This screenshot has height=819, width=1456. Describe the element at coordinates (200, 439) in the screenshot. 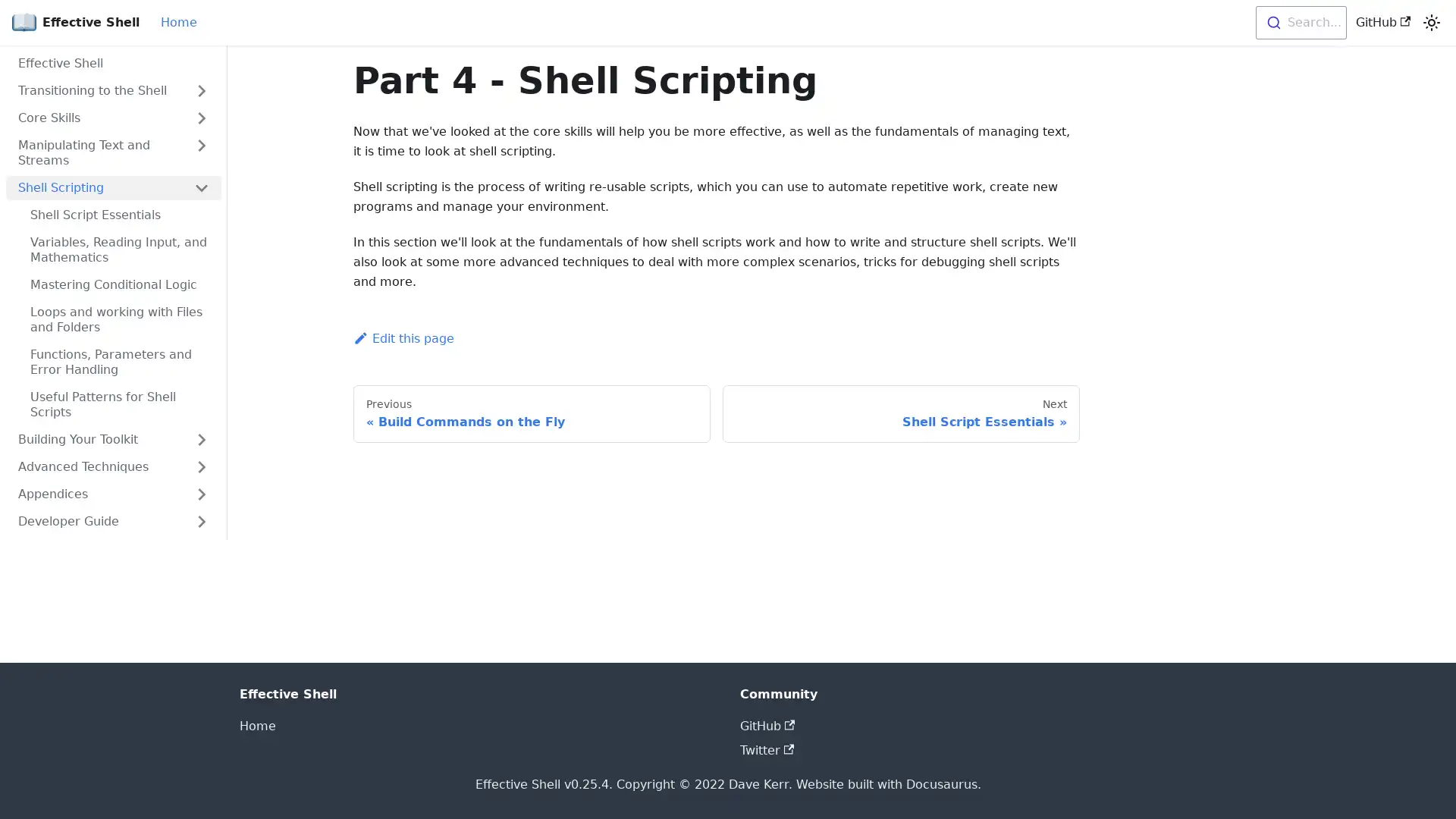

I see `Toggle the collapsible sidebar category 'Building Your Toolkit'` at that location.